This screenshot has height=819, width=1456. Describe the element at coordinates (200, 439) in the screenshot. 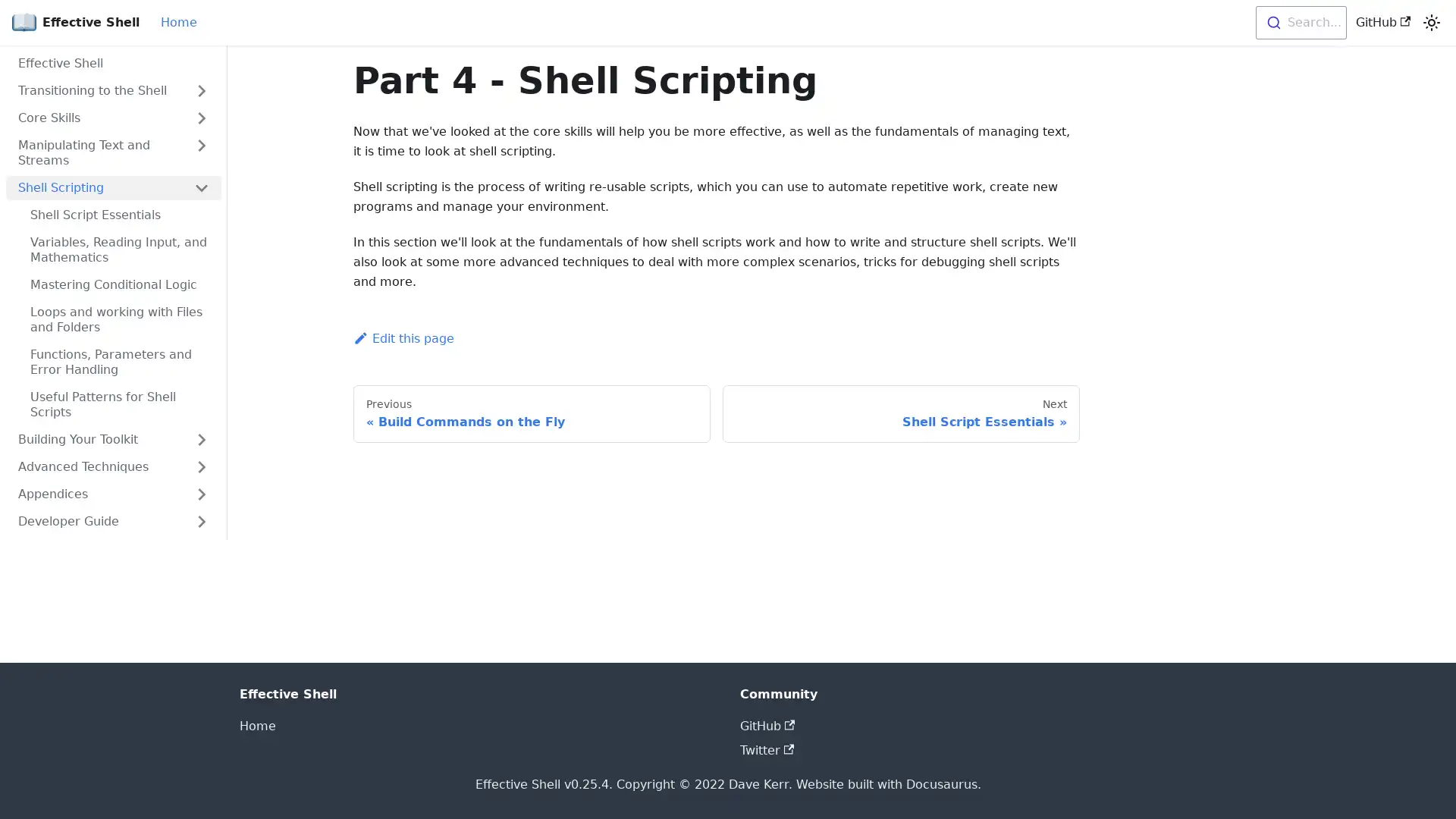

I see `Toggle the collapsible sidebar category 'Building Your Toolkit'` at that location.